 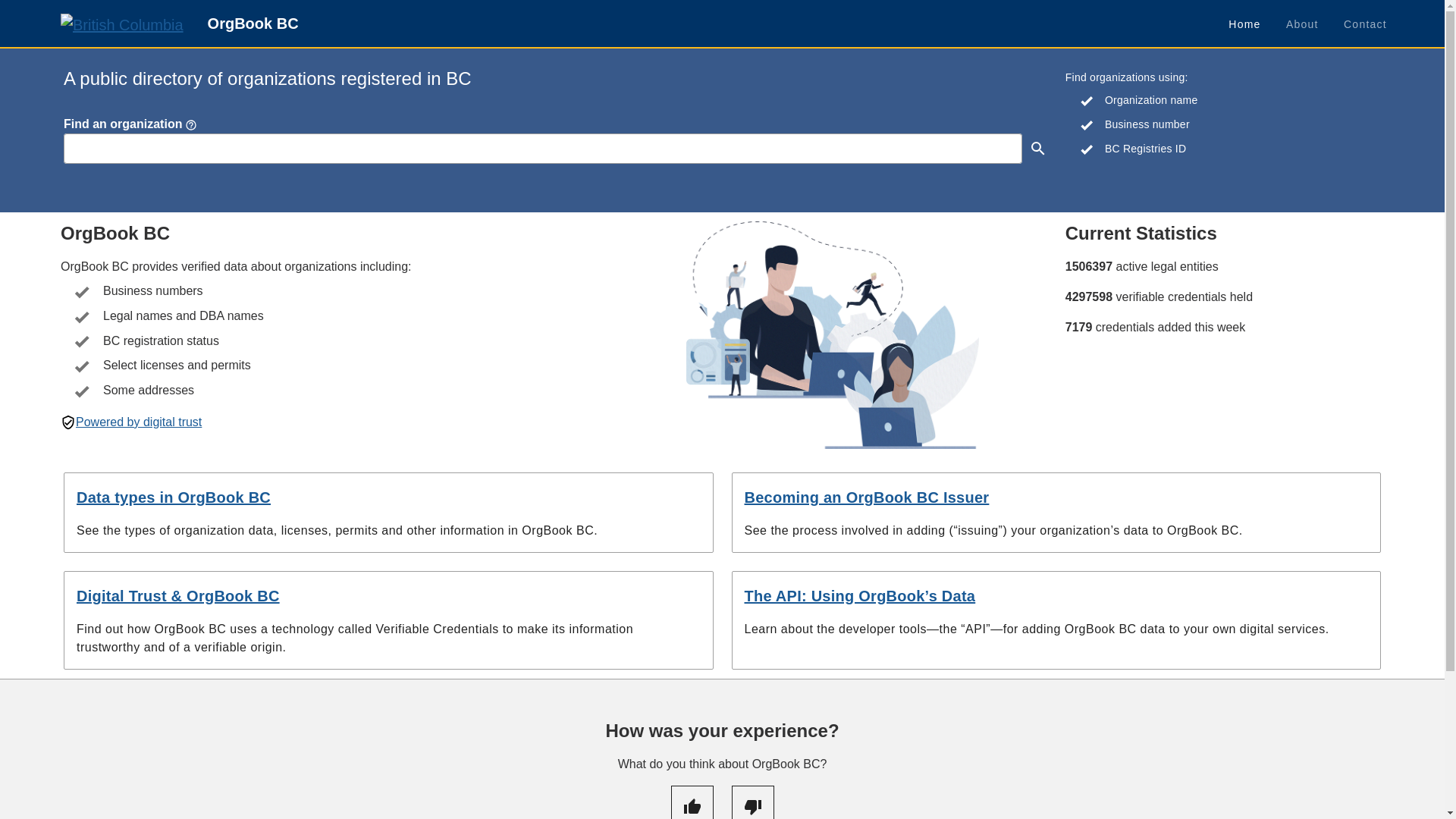 What do you see at coordinates (174, 497) in the screenshot?
I see `'Data types in OrgBook BC'` at bounding box center [174, 497].